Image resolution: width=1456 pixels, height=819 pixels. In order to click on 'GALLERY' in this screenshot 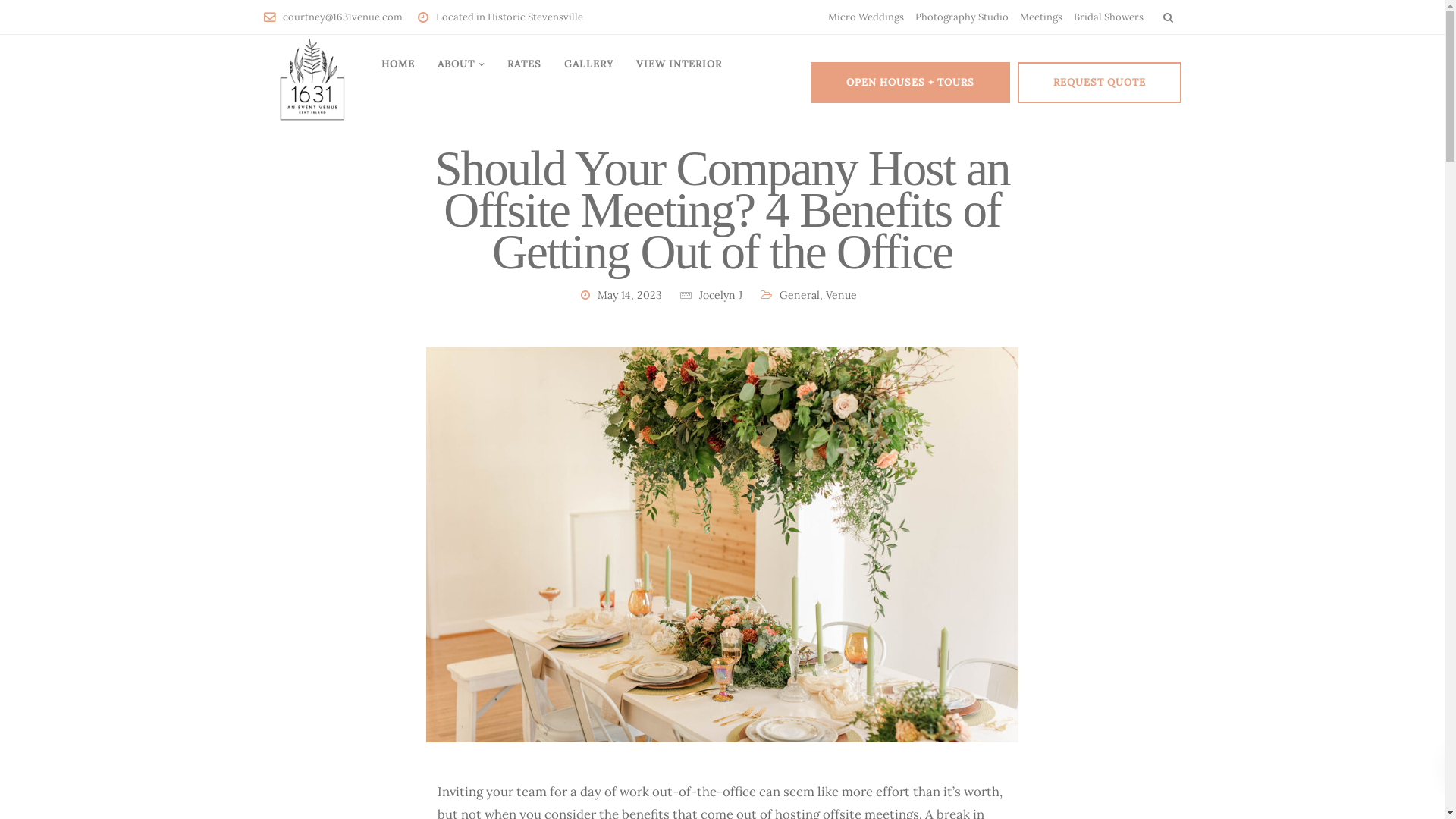, I will do `click(587, 63)`.